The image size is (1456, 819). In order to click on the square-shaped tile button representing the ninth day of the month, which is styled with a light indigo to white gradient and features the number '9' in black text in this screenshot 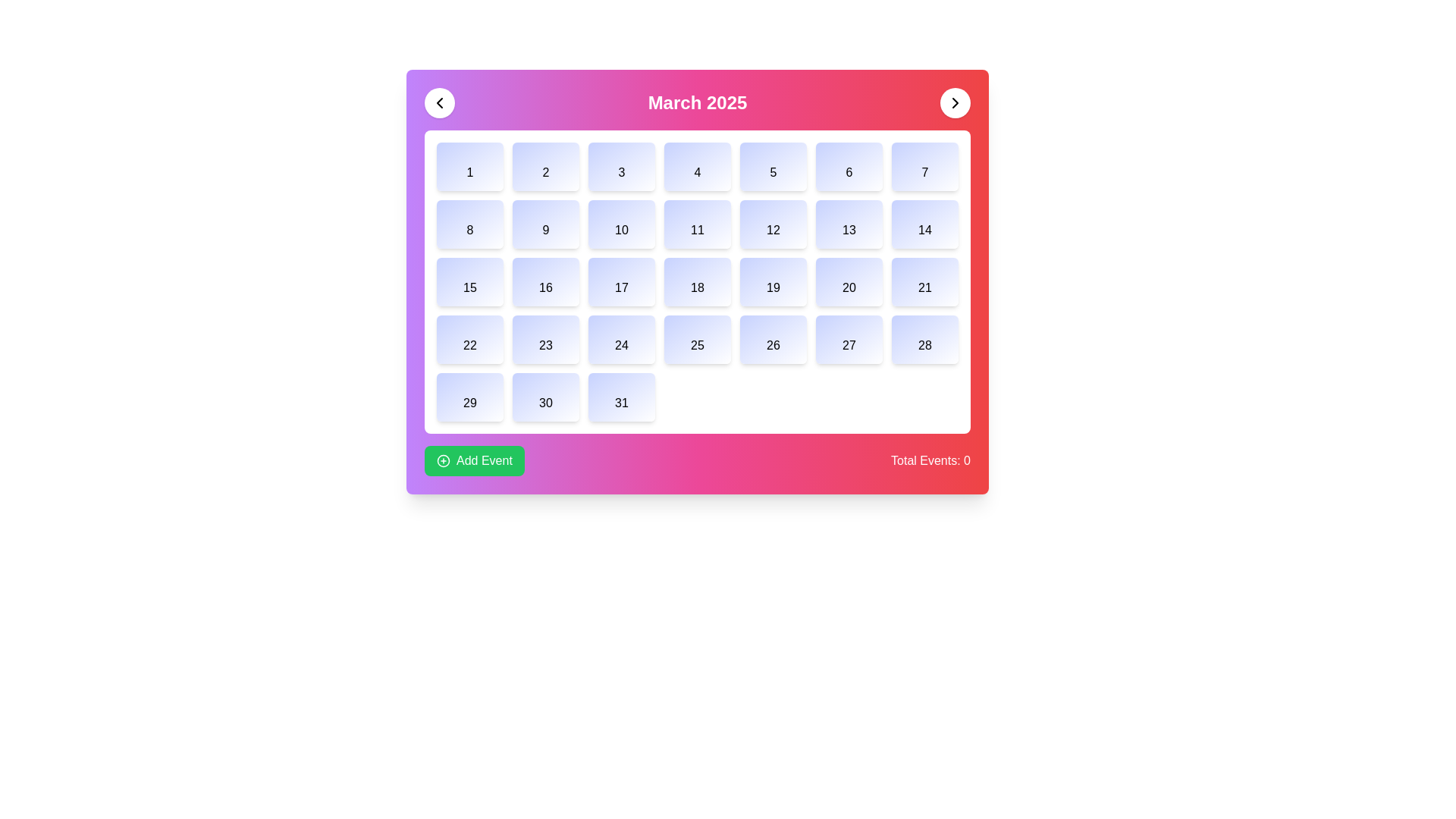, I will do `click(546, 224)`.